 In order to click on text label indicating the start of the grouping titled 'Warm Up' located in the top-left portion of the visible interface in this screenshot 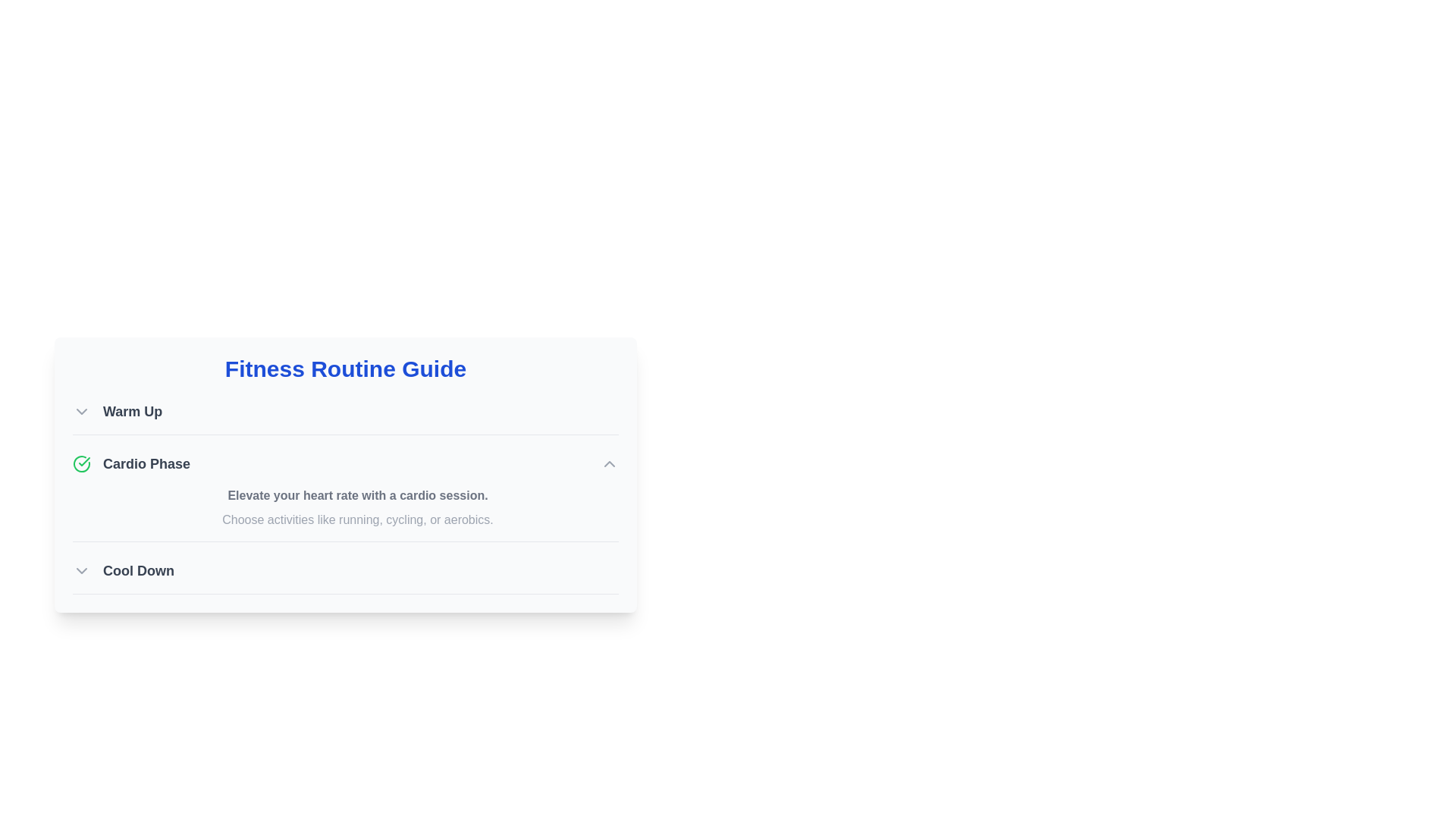, I will do `click(133, 412)`.